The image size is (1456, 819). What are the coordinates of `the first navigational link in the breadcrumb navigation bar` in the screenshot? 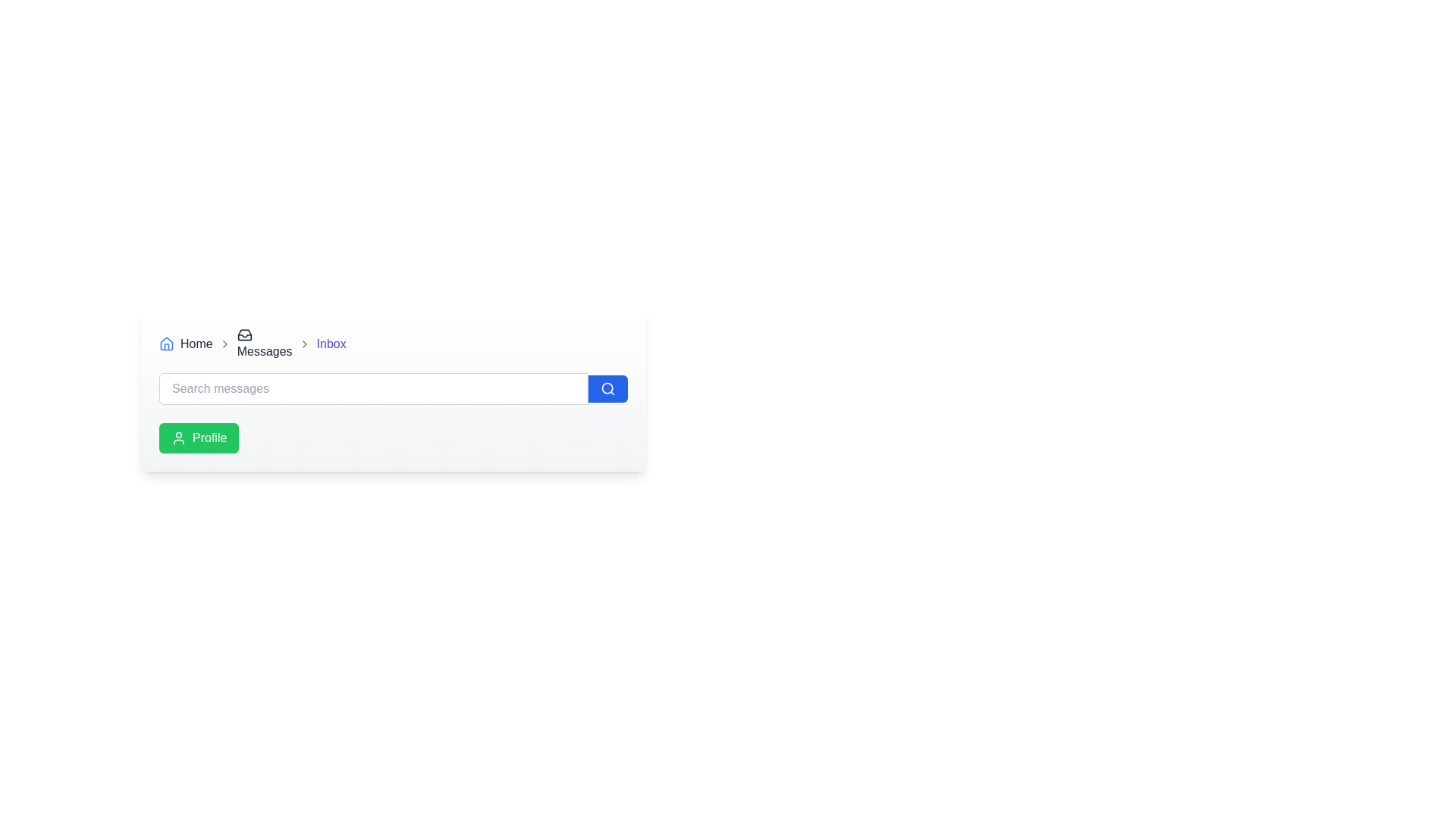 It's located at (185, 344).